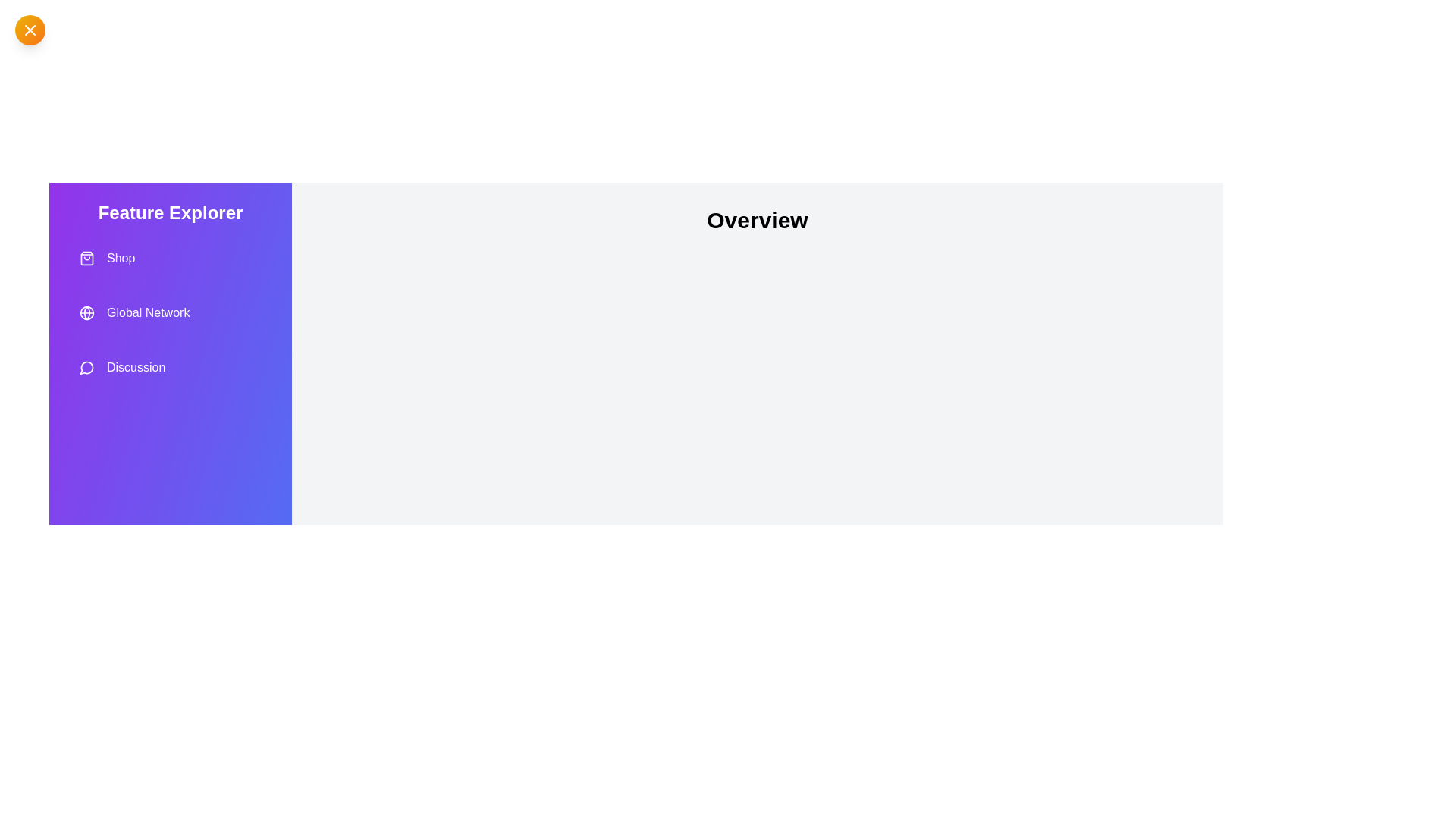 The height and width of the screenshot is (819, 1456). I want to click on the feature Discussion from the drawer, so click(171, 368).